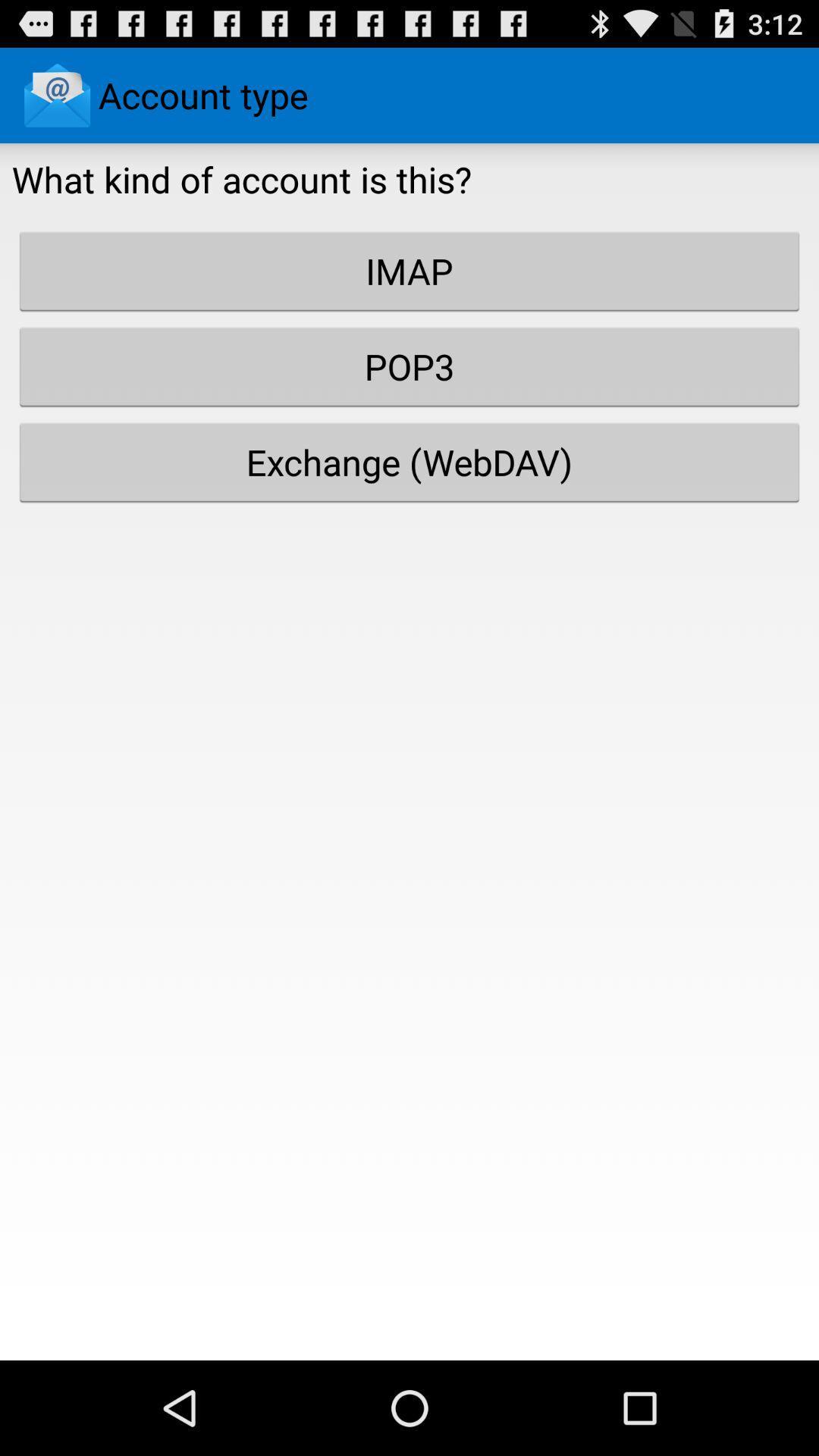 The image size is (819, 1456). Describe the element at coordinates (409, 271) in the screenshot. I see `item above the pop3 button` at that location.